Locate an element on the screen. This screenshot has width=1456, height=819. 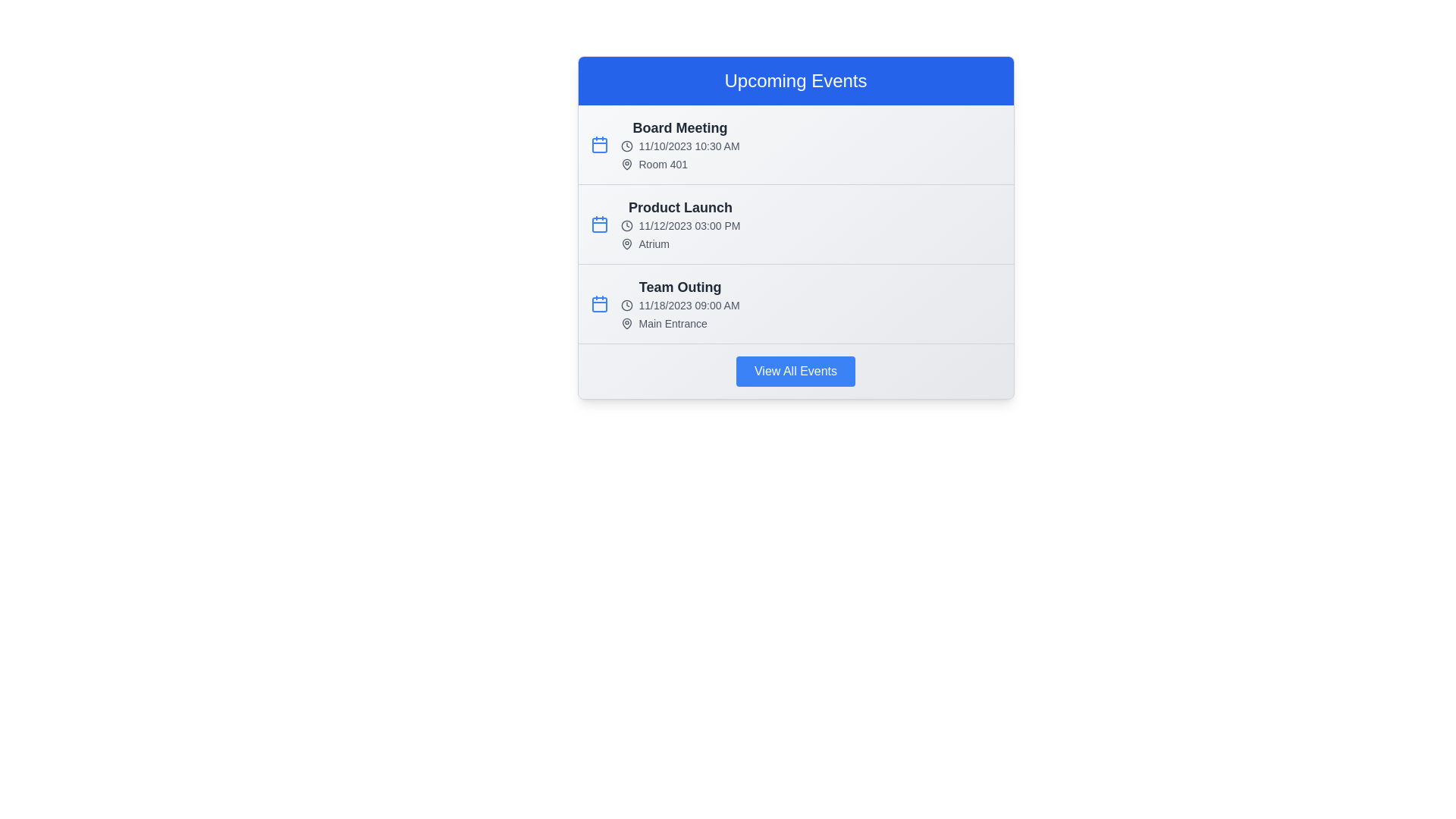
the pin-like icon located in the 'Product Launch' section adjacent to the text 'Atrium' is located at coordinates (626, 243).